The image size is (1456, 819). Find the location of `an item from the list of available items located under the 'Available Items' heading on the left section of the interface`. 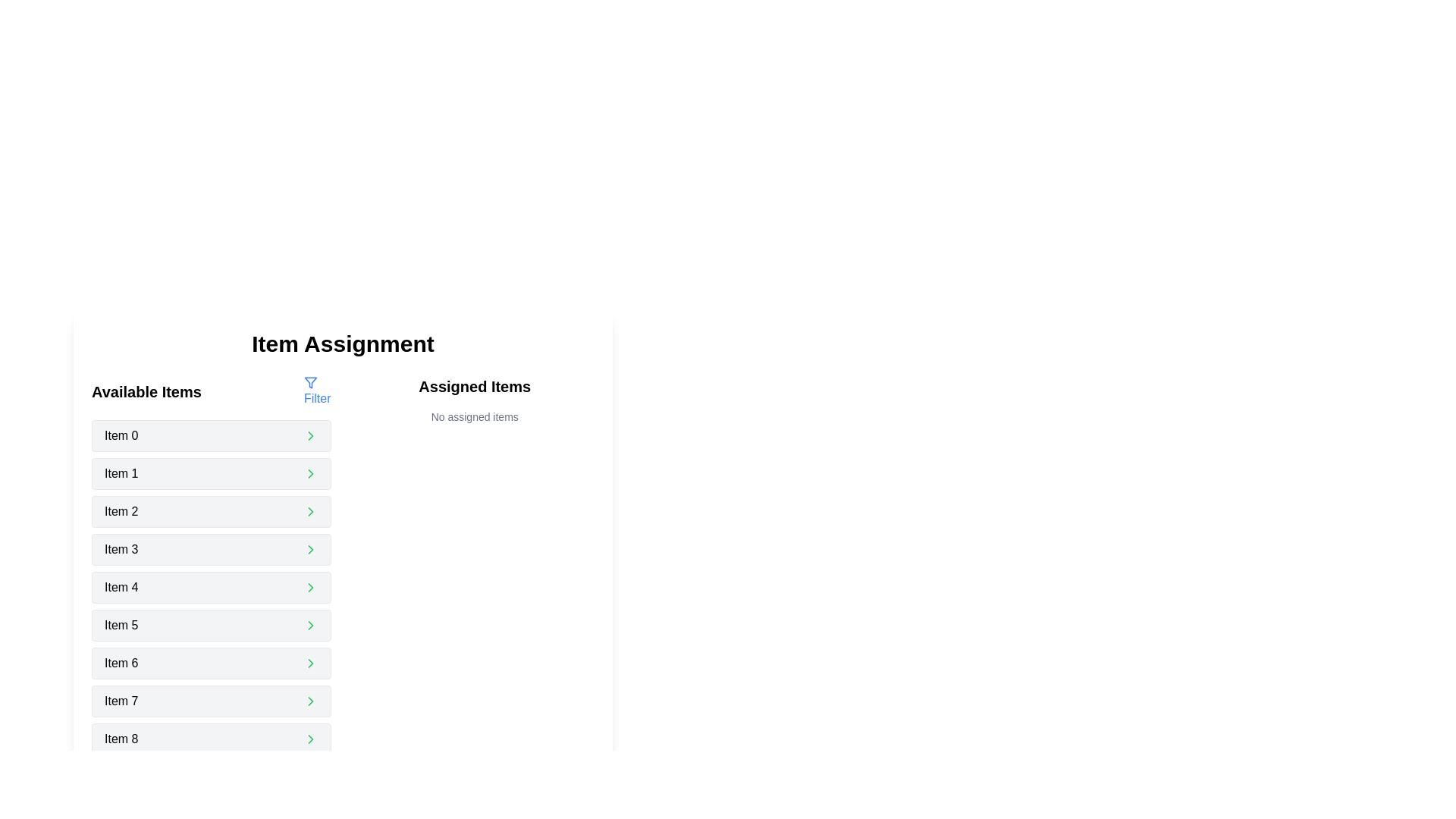

an item from the list of available items located under the 'Available Items' heading on the left section of the interface is located at coordinates (210, 605).